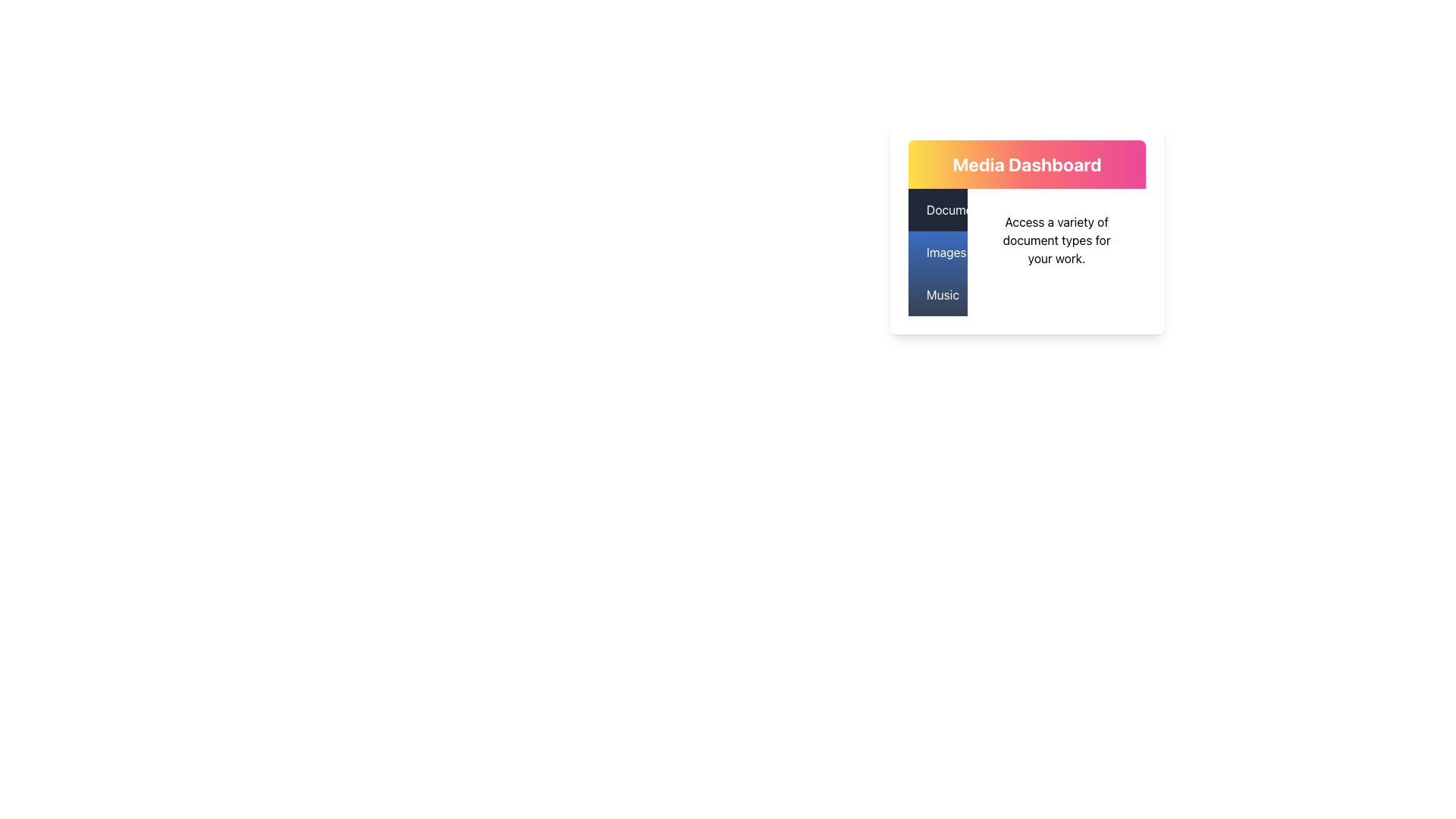  What do you see at coordinates (928, 251) in the screenshot?
I see `the small rectangular graphical icon component representing images in the Media Dashboard menu to trigger hover effects` at bounding box center [928, 251].